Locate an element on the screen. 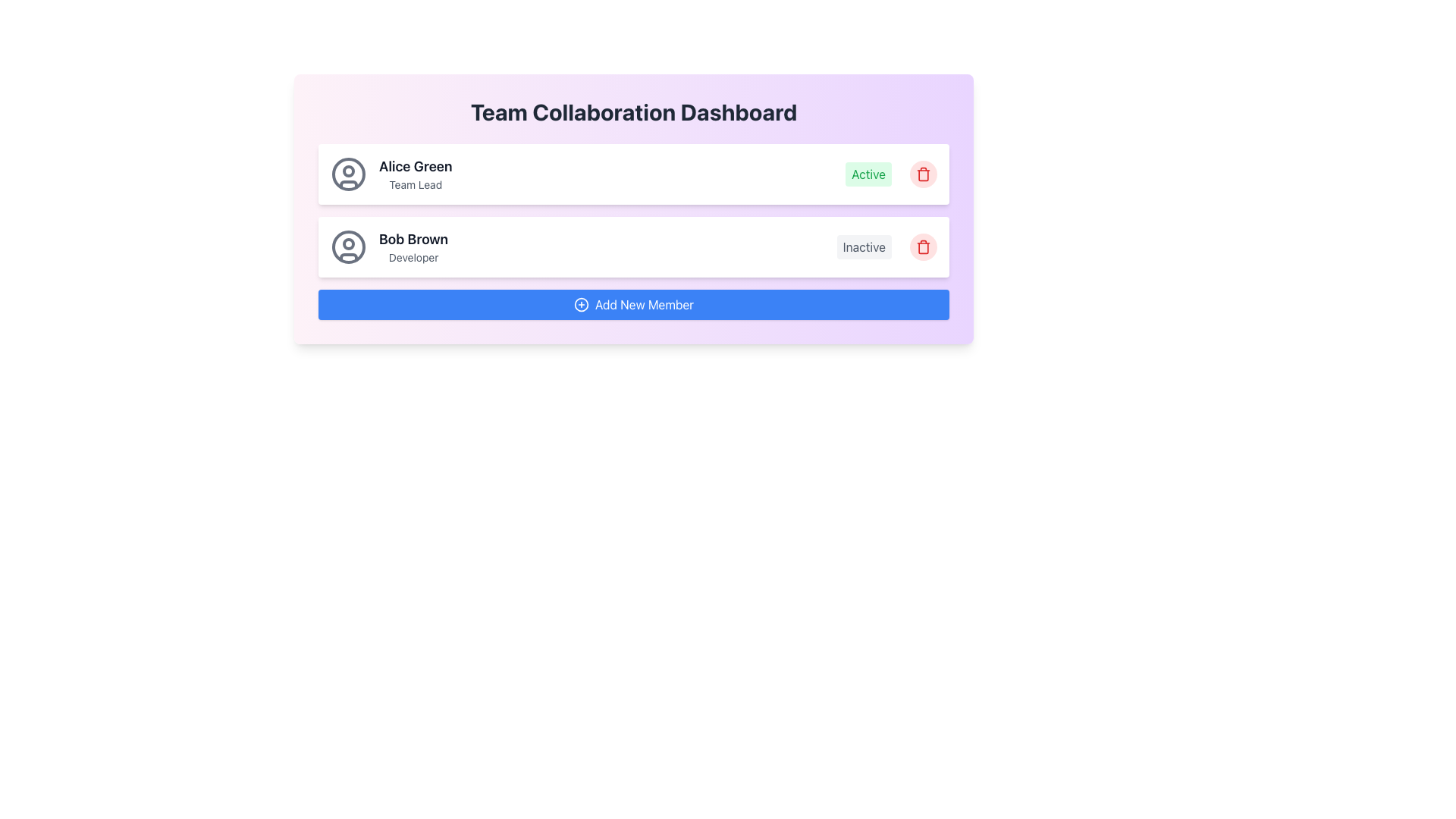  the user profile card located in the Team Collaboration Dashboard, which is the second card in the list below Alice Green is located at coordinates (633, 246).